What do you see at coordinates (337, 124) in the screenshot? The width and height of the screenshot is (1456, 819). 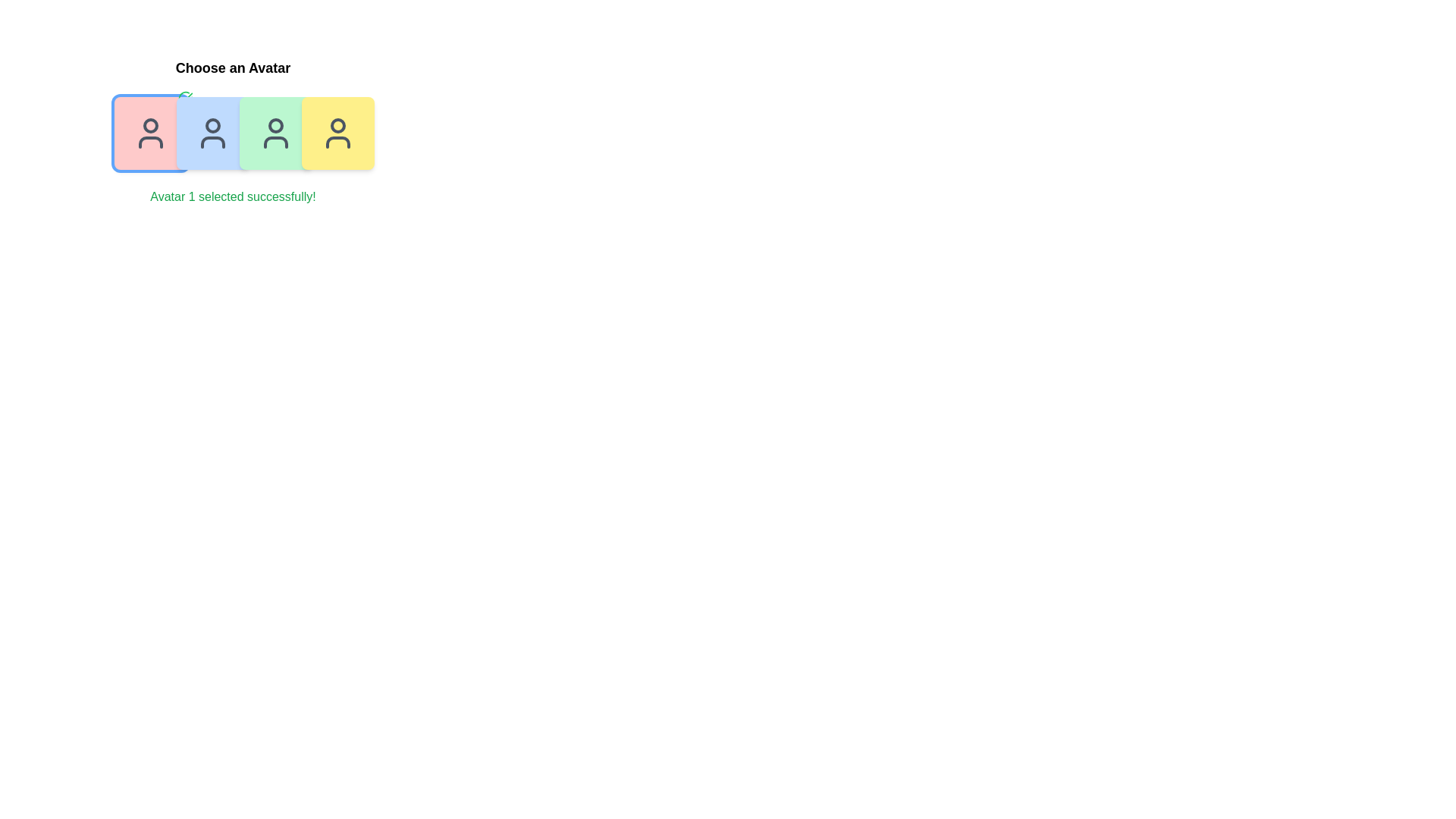 I see `the Circle graphic located at the top-center of the yellow avatar icon, which serves as a decorative visual component within the avatar selection options` at bounding box center [337, 124].